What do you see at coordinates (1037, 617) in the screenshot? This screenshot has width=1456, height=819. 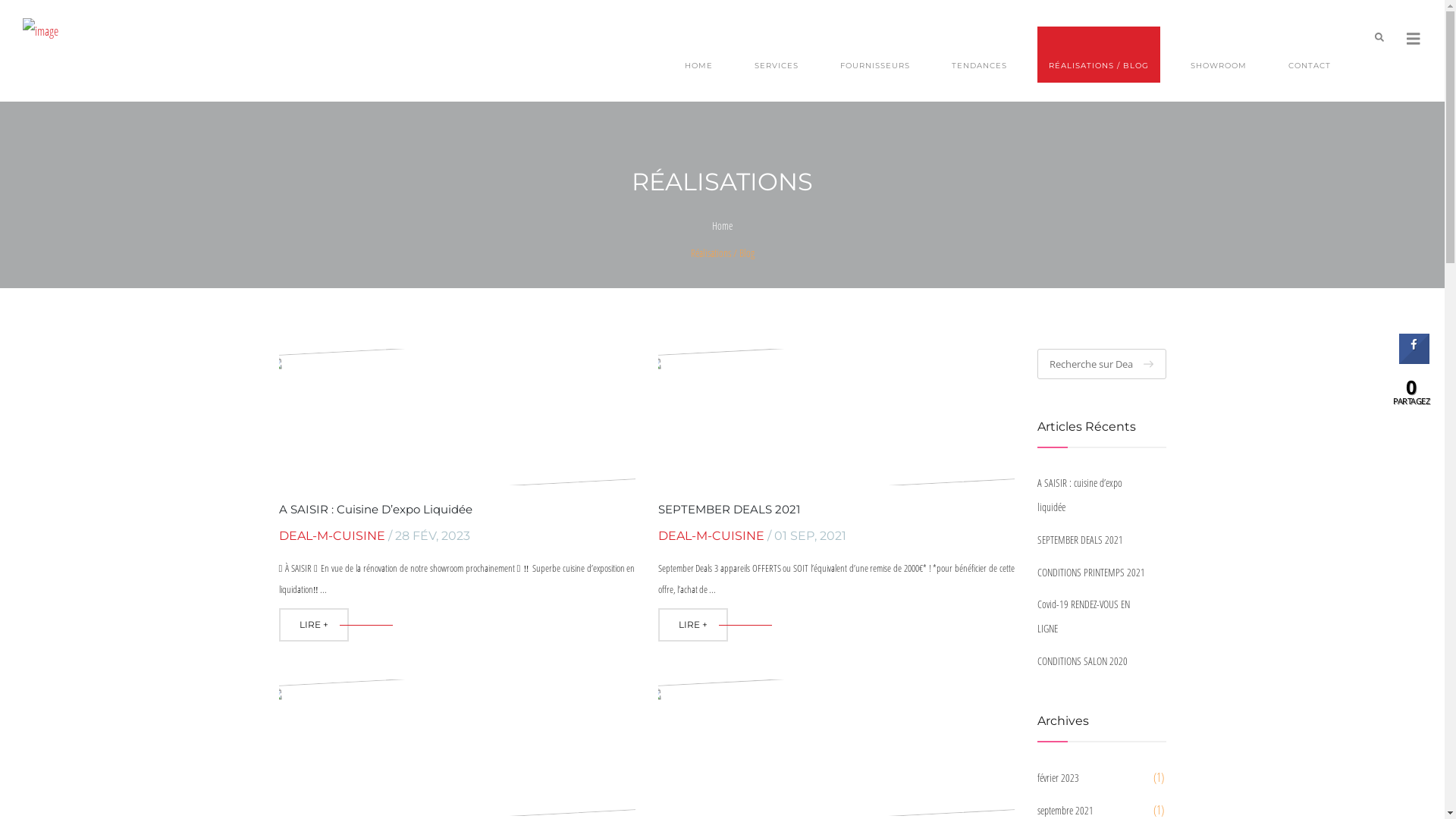 I see `'Covid-19 RENDEZ-VOUS EN LIGNE'` at bounding box center [1037, 617].